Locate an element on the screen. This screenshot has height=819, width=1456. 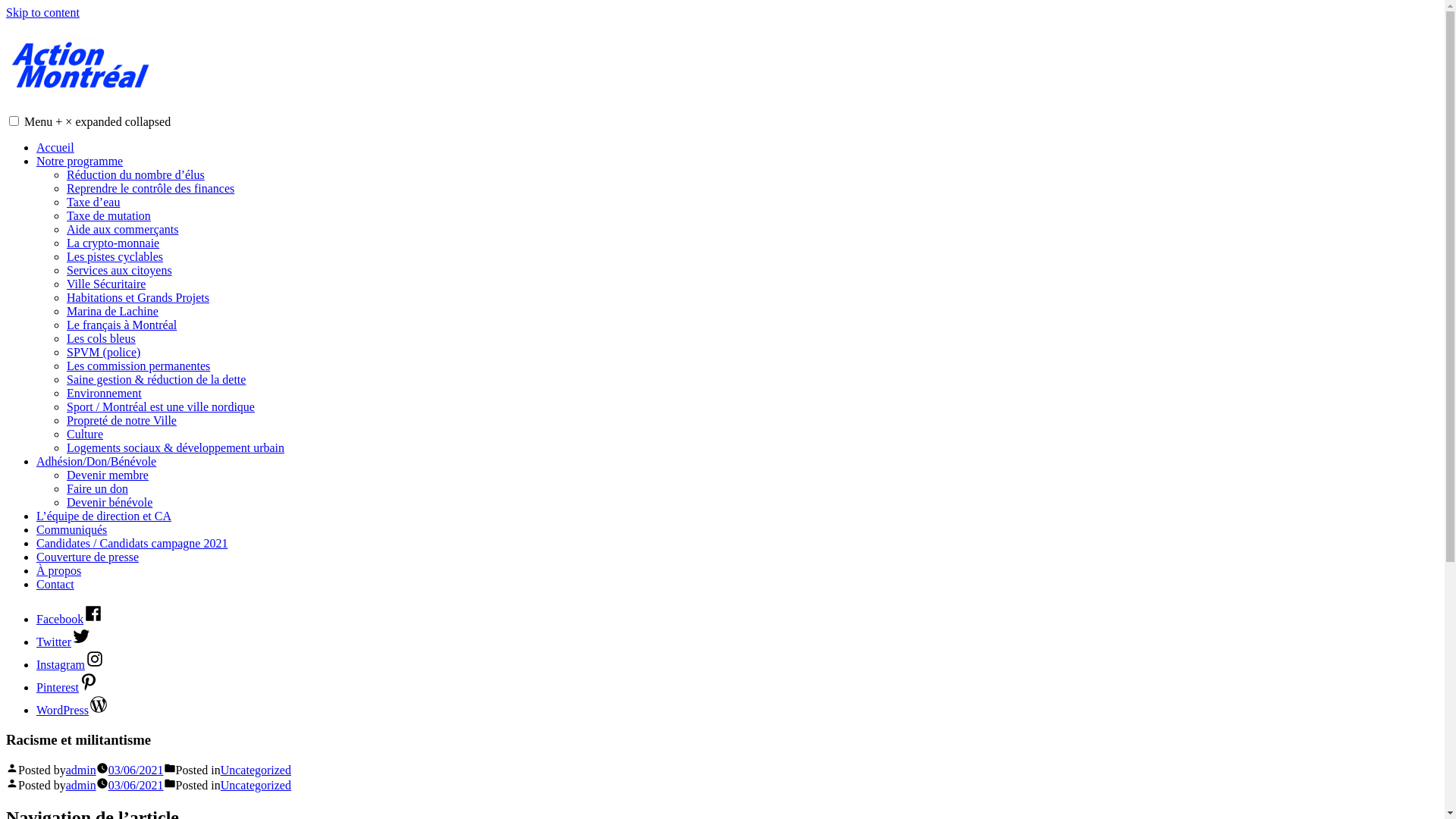
'Accueil' is located at coordinates (55, 147).